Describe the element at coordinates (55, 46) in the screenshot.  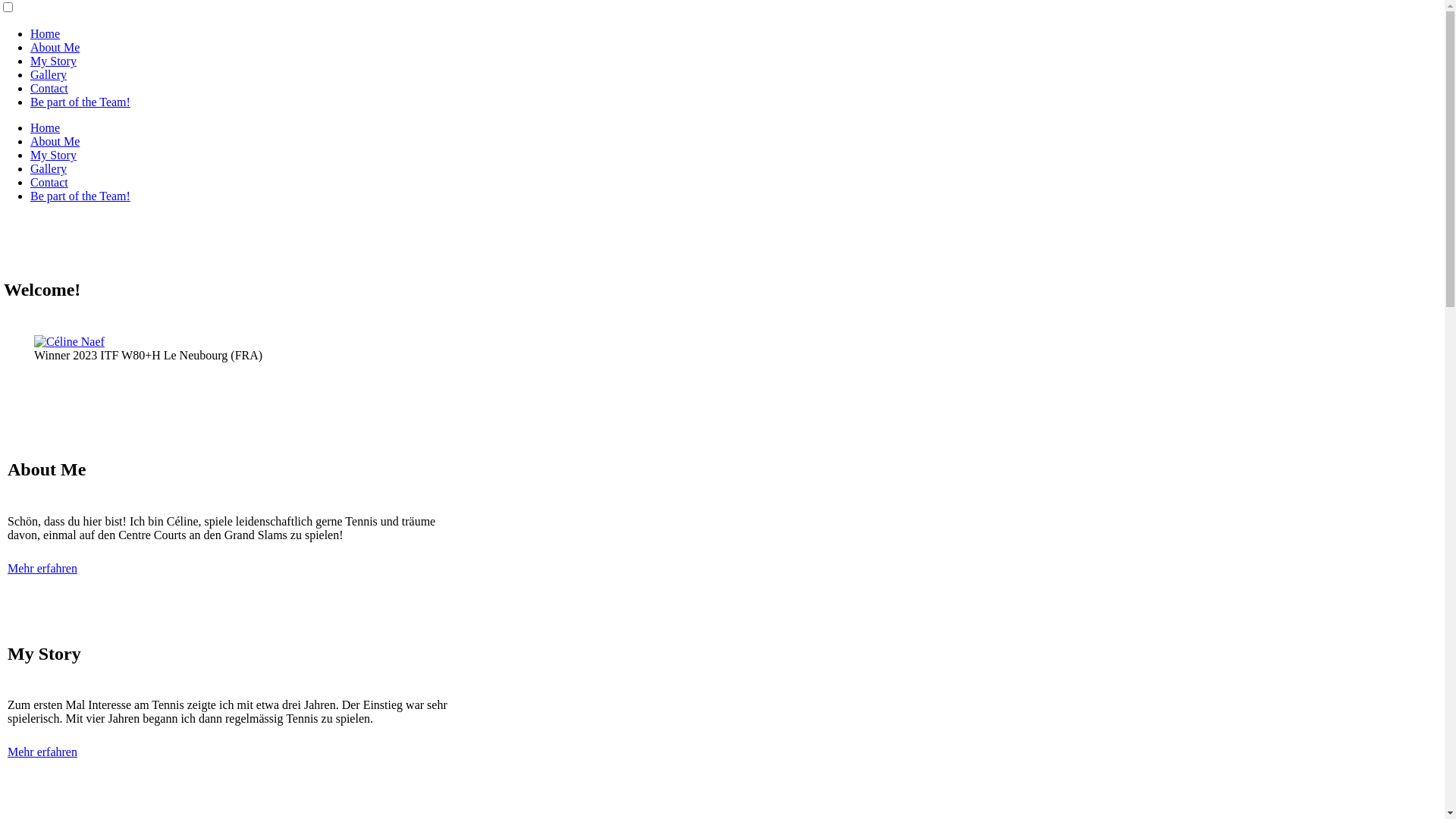
I see `'About Me'` at that location.